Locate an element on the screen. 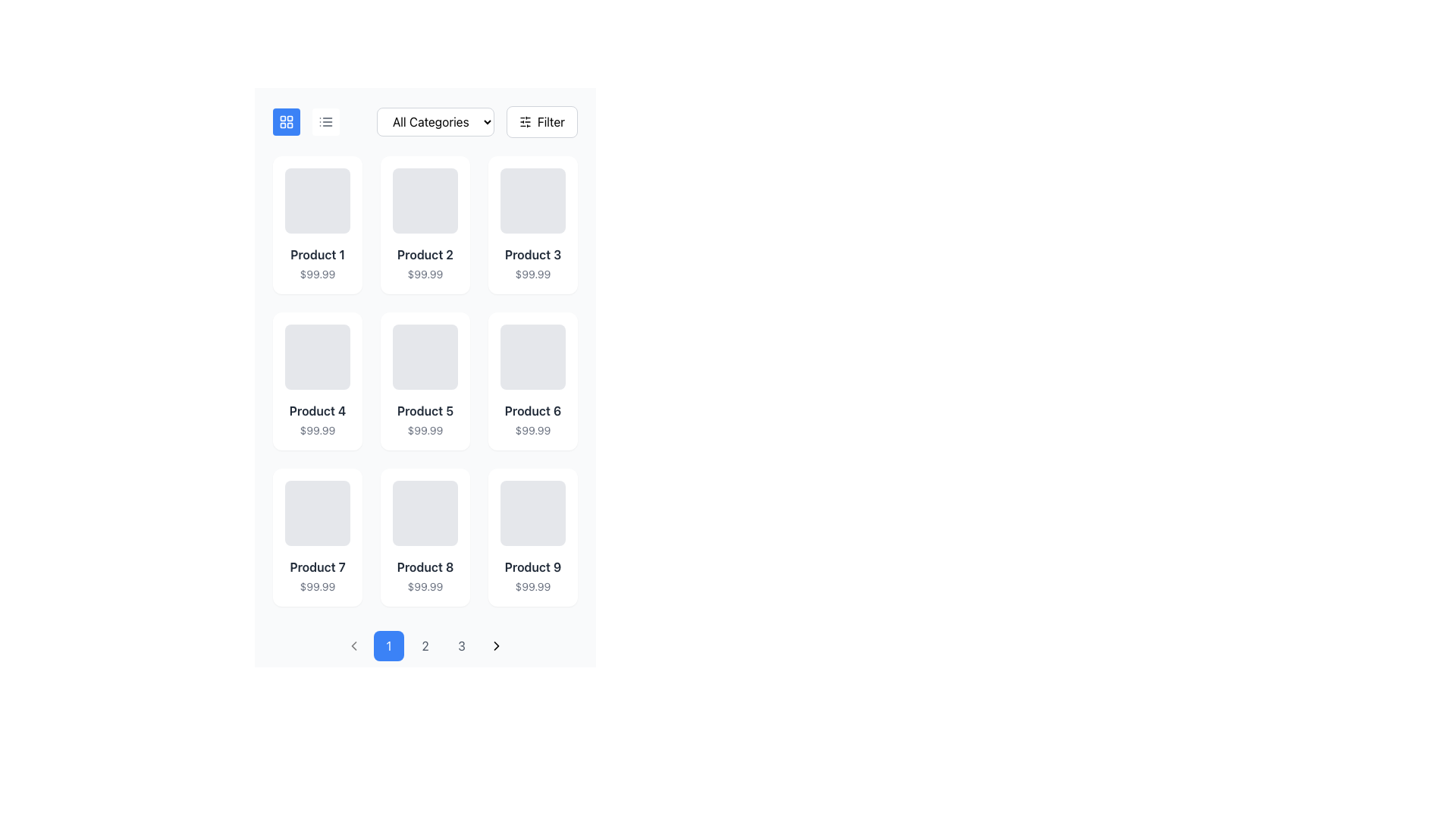 Image resolution: width=1456 pixels, height=819 pixels. the topmost square-shaped placeholder with a light gray background and rounded corners, located in the bottom-left corner of the grid depicting 'Product 7' is located at coordinates (316, 513).